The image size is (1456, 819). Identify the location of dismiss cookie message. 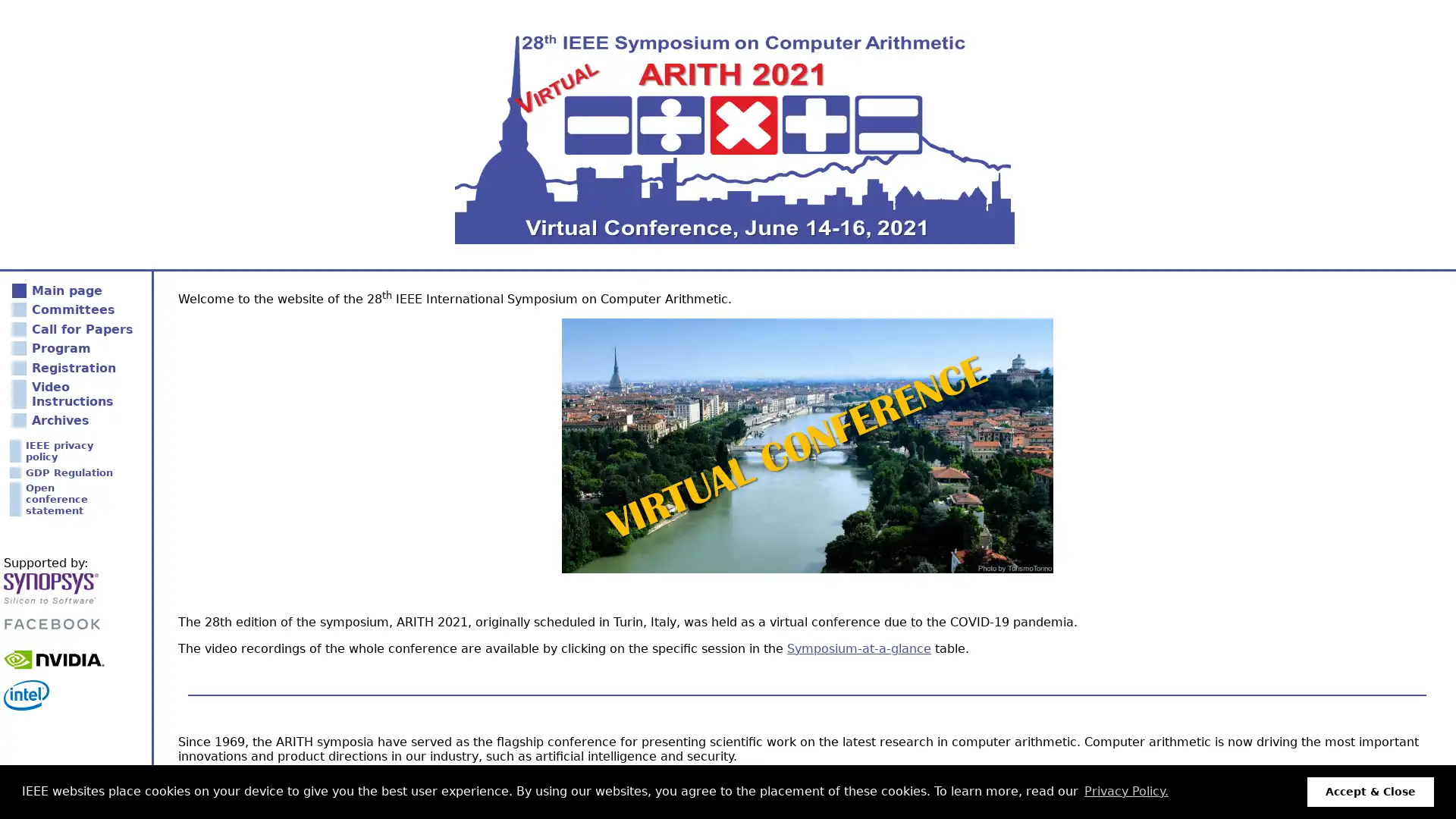
(1370, 791).